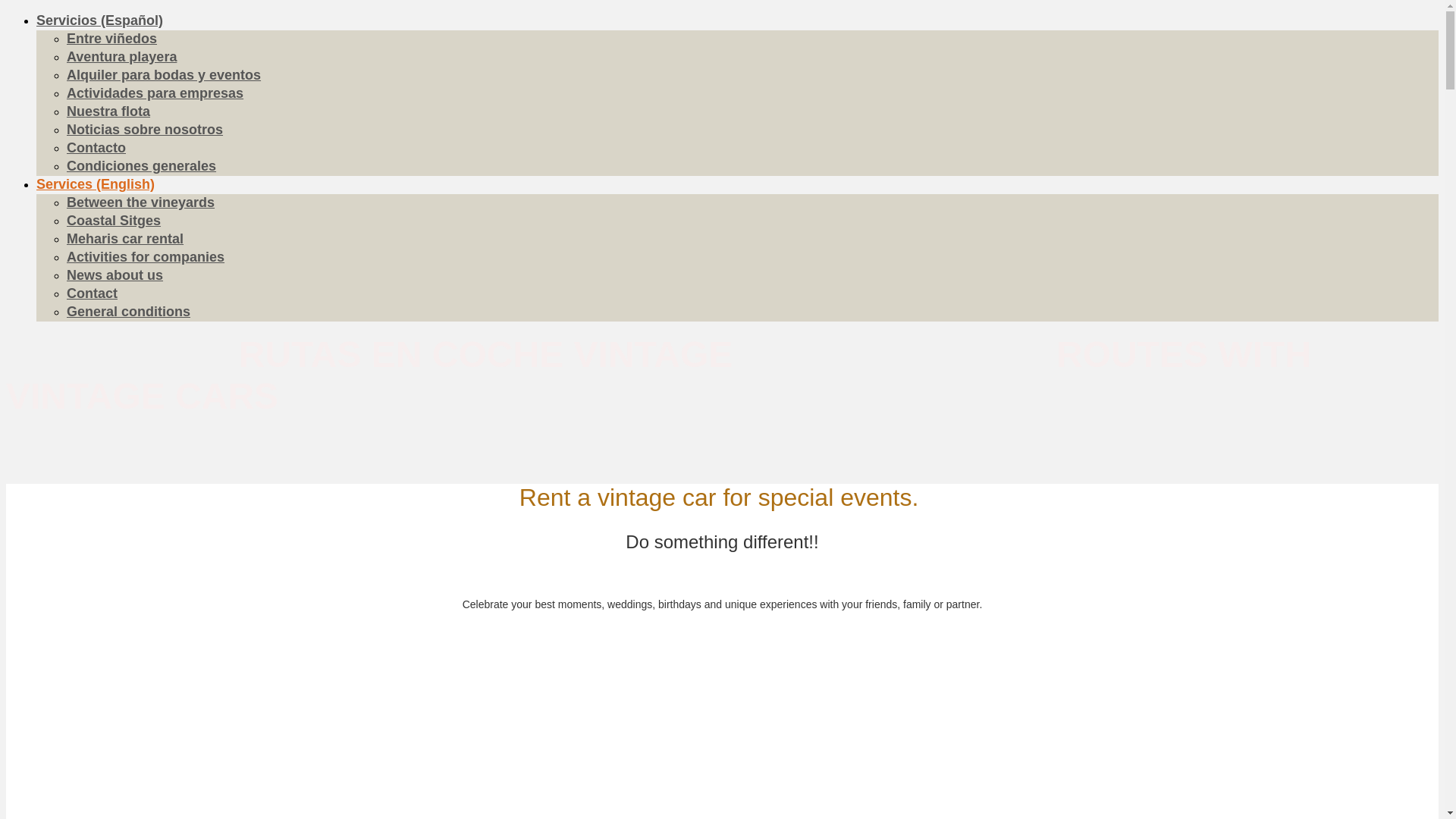 This screenshot has height=819, width=1456. I want to click on 'General conditions', so click(65, 311).